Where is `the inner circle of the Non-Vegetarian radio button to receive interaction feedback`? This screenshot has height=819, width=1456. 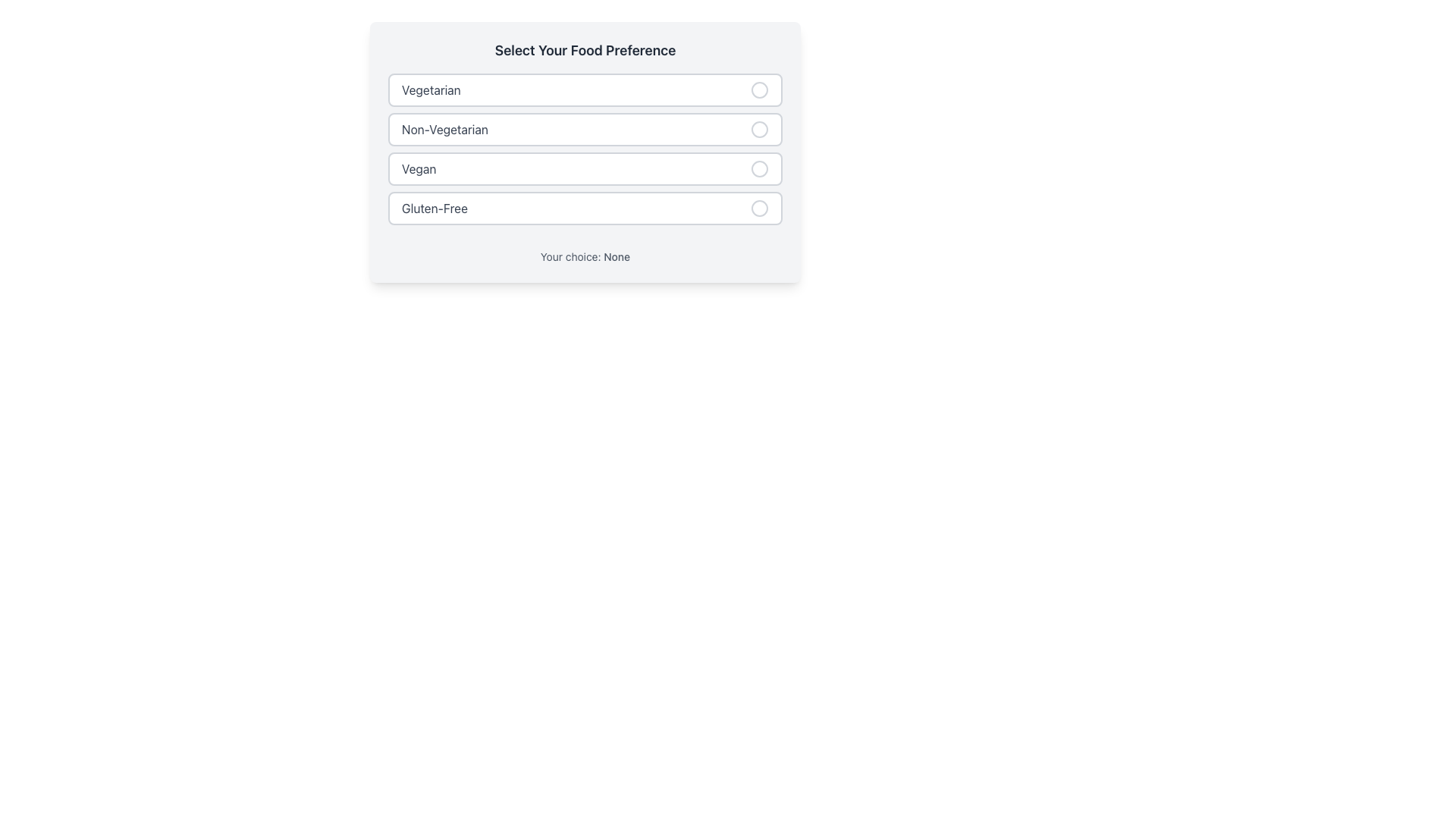
the inner circle of the Non-Vegetarian radio button to receive interaction feedback is located at coordinates (760, 128).